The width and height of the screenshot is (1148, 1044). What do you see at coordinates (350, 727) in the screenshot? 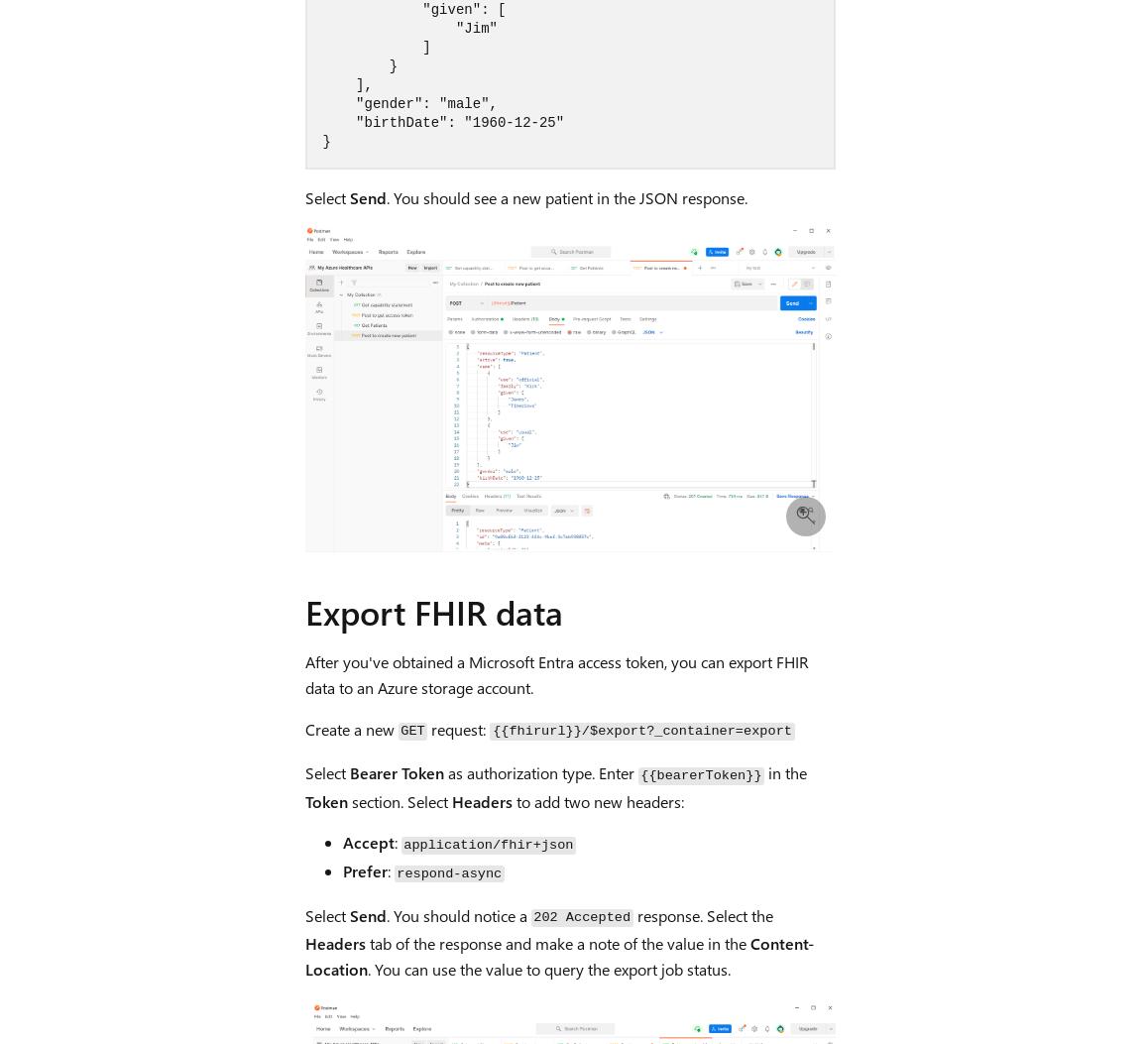
I see `'Create a new'` at bounding box center [350, 727].